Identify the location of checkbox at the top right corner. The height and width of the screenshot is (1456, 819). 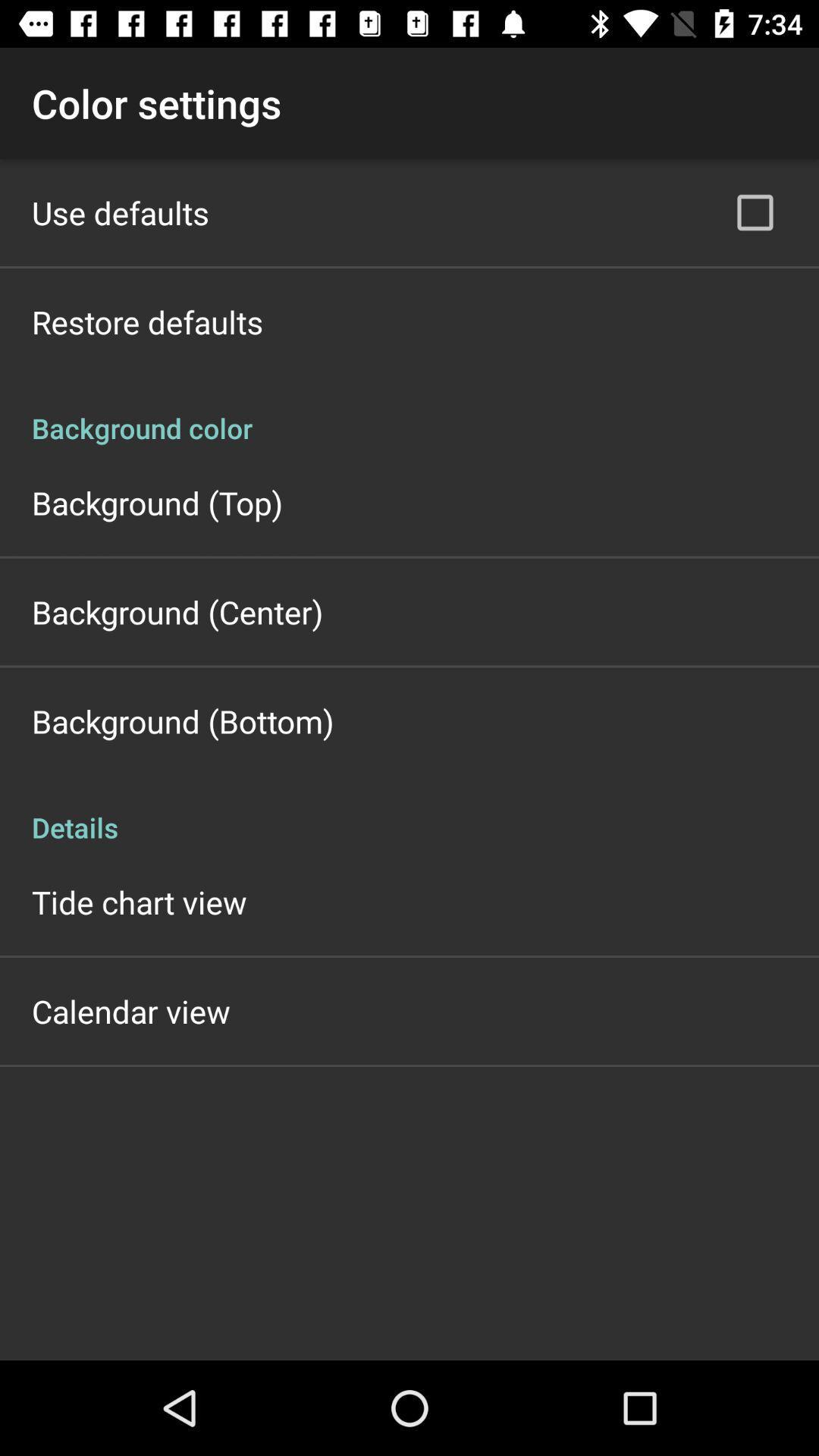
(755, 212).